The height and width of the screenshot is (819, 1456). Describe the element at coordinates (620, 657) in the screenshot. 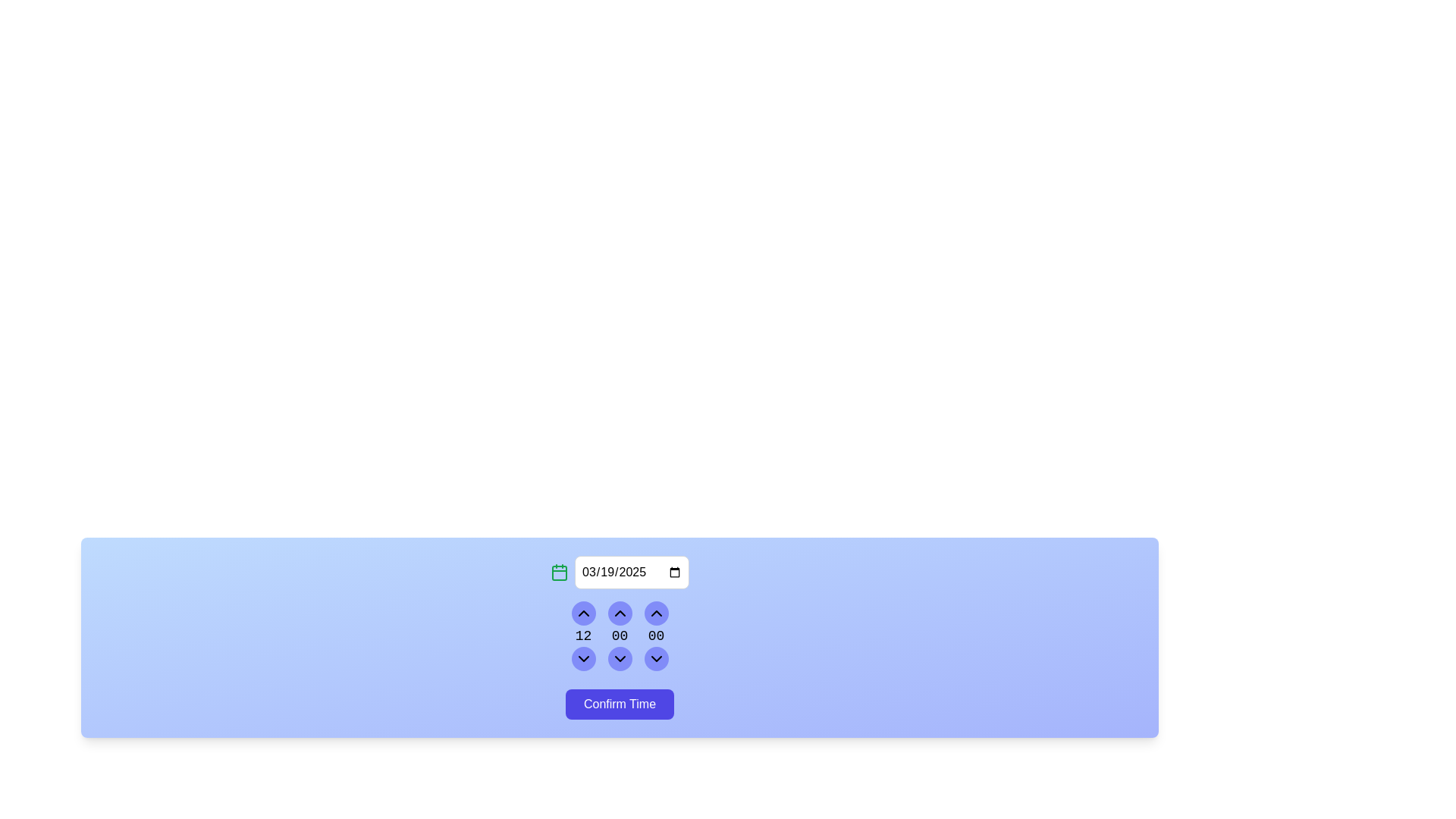

I see `the Icon Button that decreases the numeric input for minutes in the time picker interface, located at the bottom of the rightmost column` at that location.